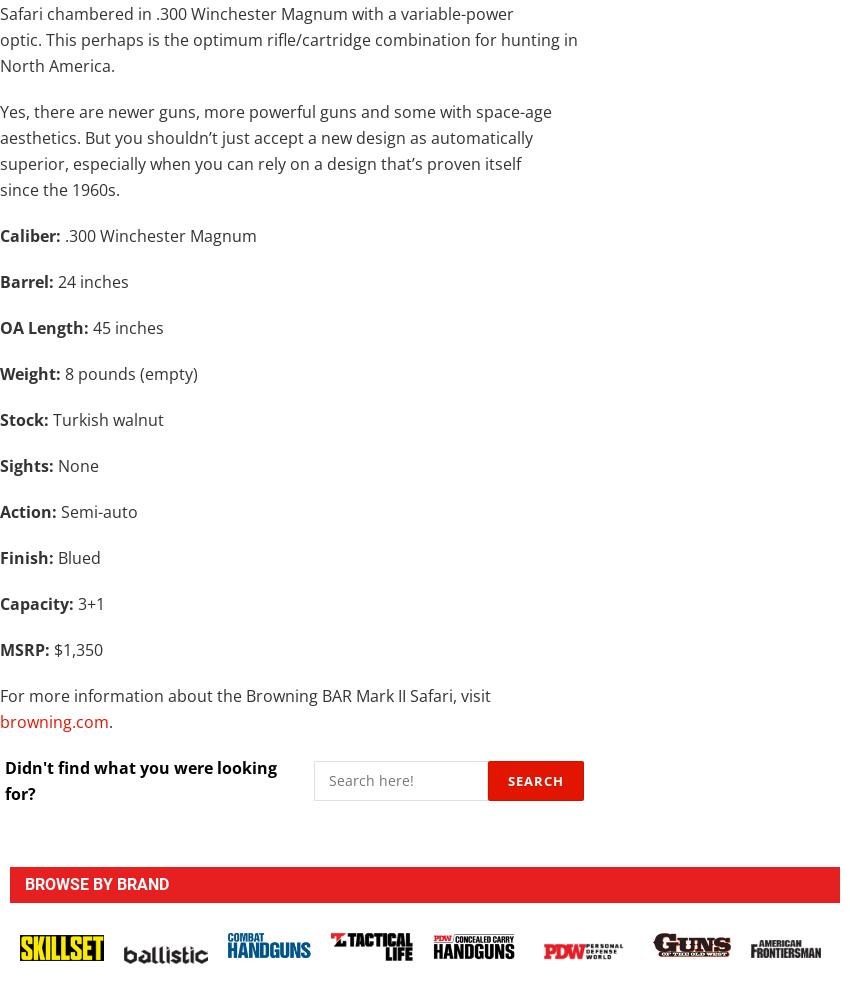  What do you see at coordinates (26, 279) in the screenshot?
I see `'Barrel:'` at bounding box center [26, 279].